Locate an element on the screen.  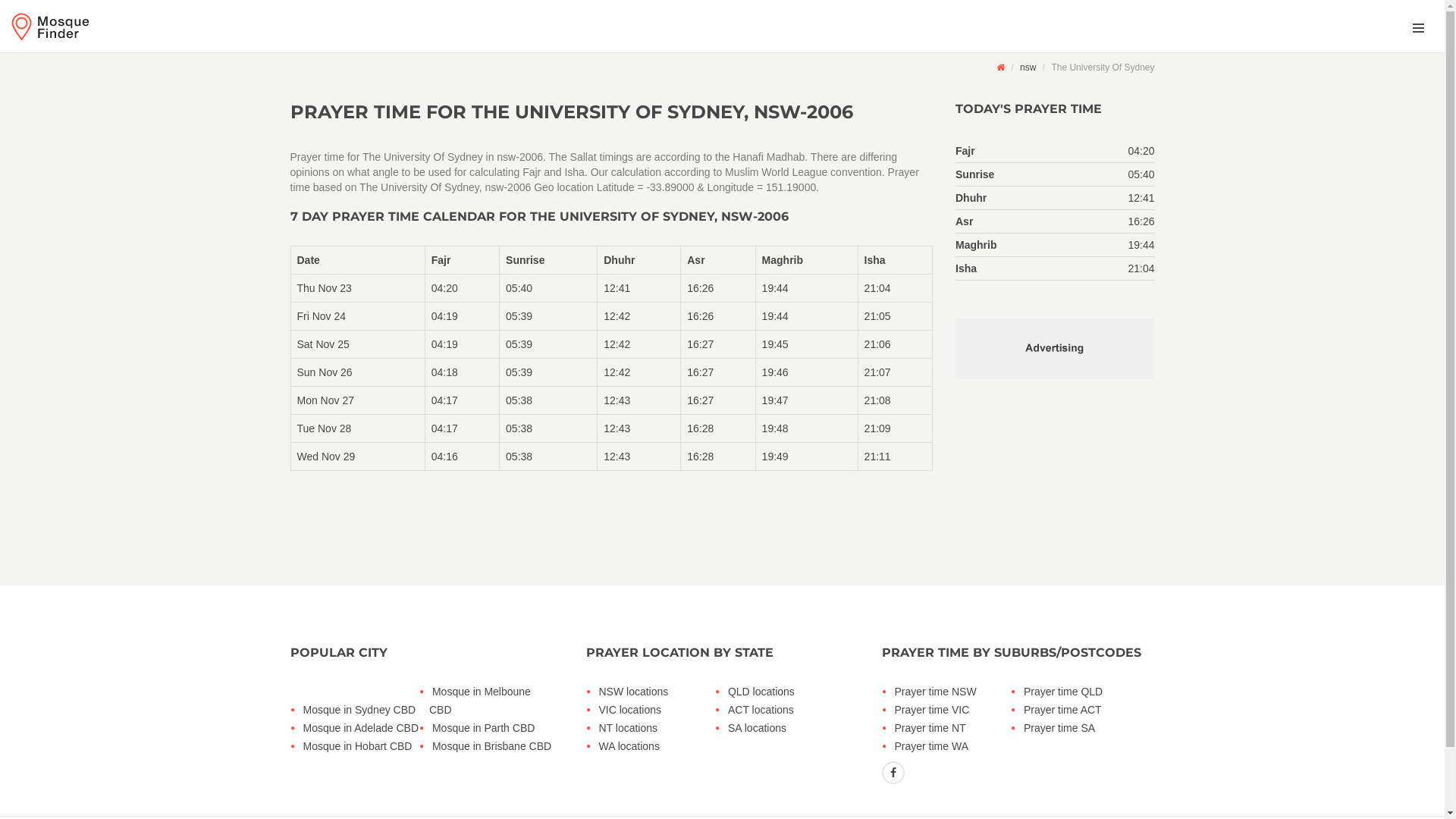
'QLD locations' is located at coordinates (788, 691).